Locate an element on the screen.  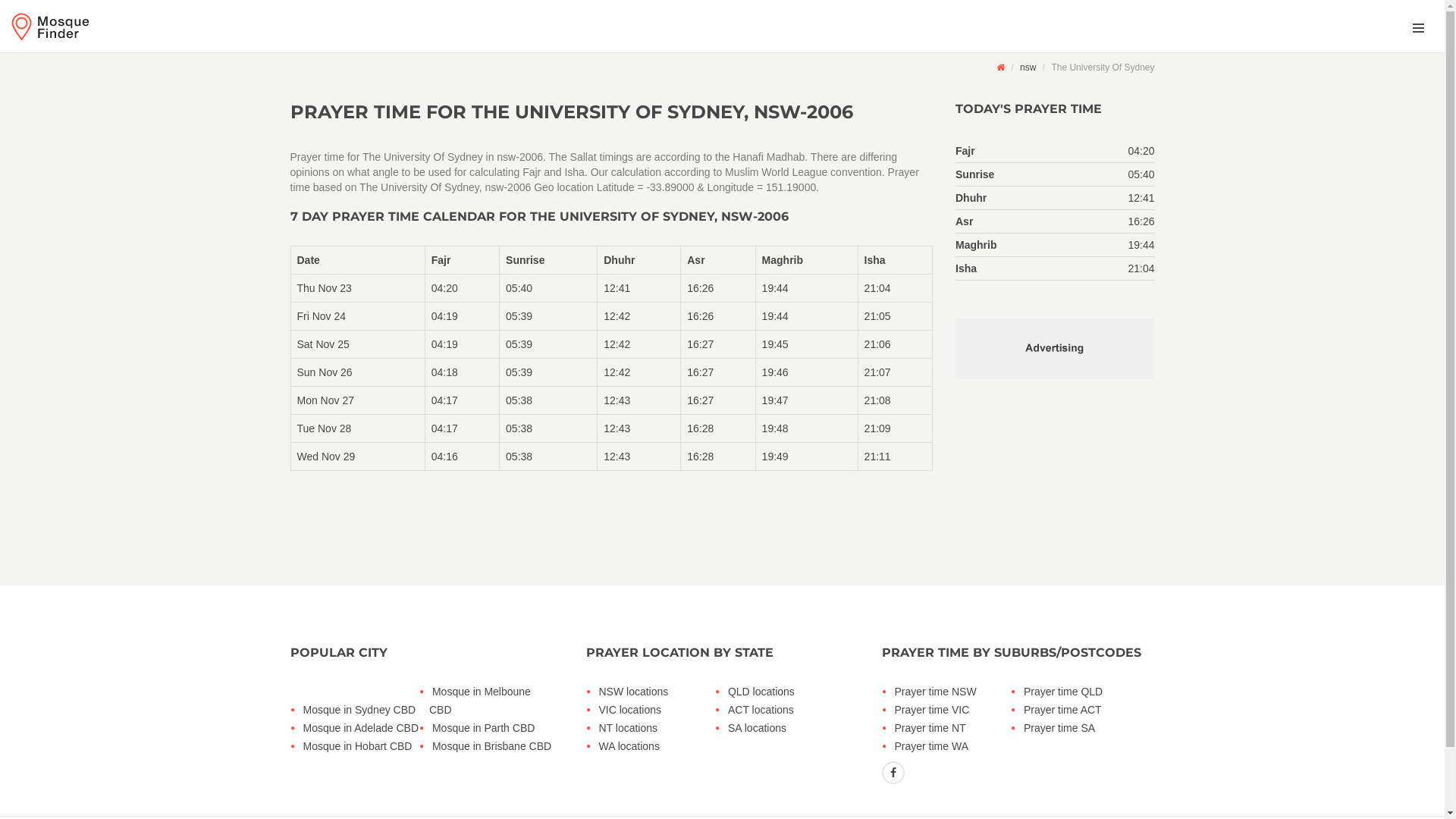
'QLD locations' is located at coordinates (788, 691).